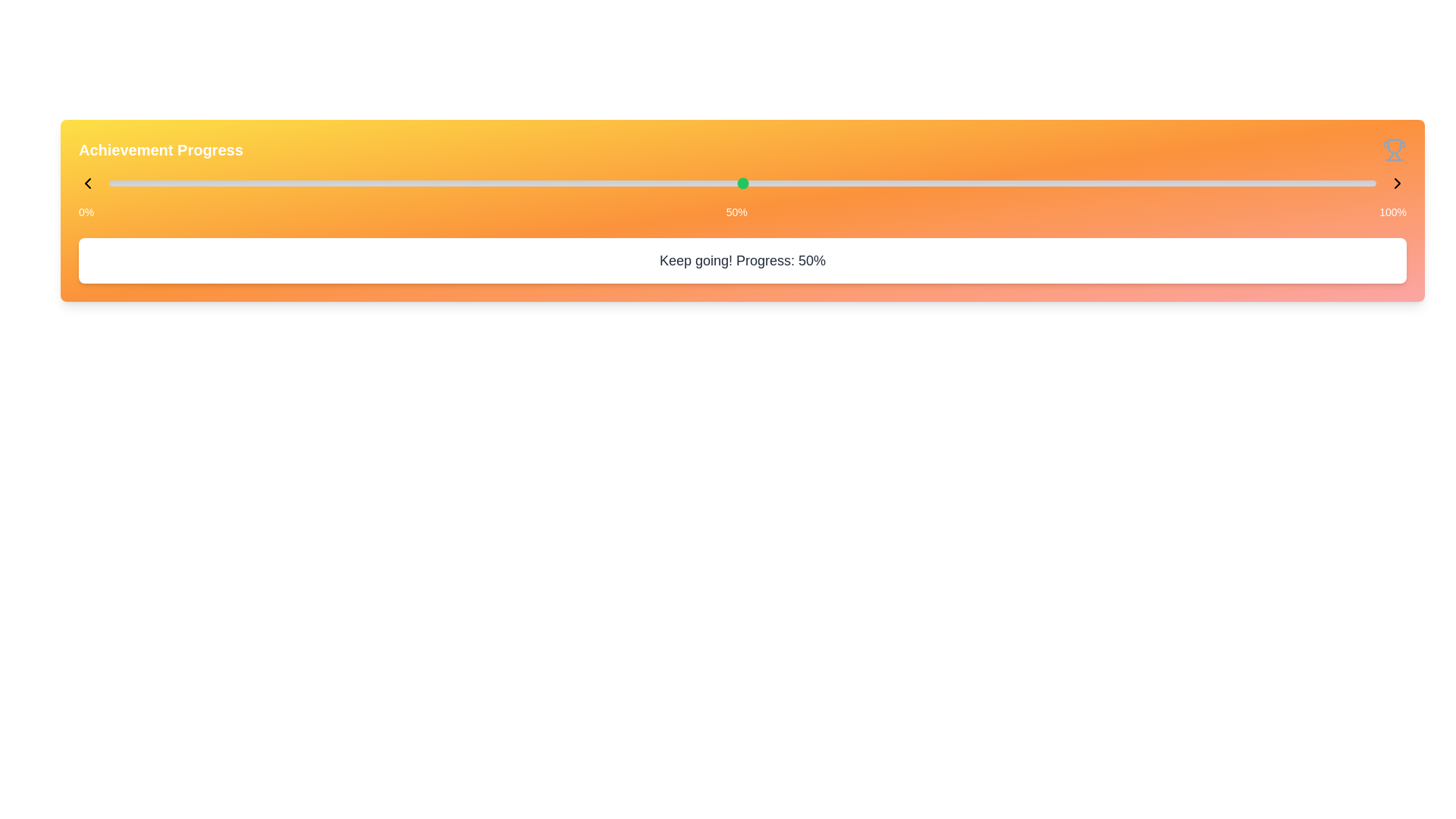 This screenshot has width=1456, height=819. I want to click on progress information from the text label that displays 'Keep going! Progress: 50%' located beneath the orange progress bar, so click(742, 259).